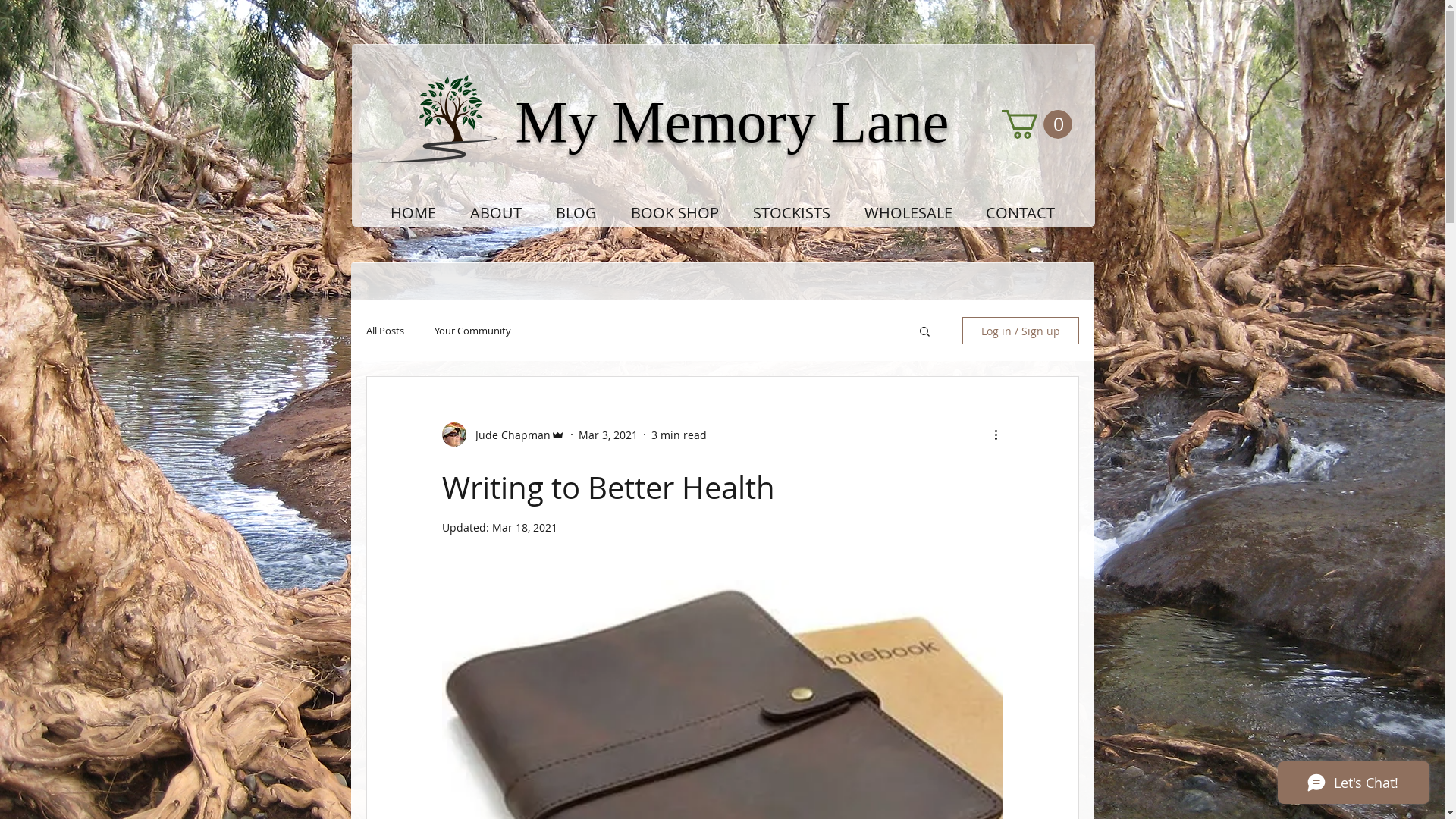  I want to click on 'All Posts', so click(384, 329).